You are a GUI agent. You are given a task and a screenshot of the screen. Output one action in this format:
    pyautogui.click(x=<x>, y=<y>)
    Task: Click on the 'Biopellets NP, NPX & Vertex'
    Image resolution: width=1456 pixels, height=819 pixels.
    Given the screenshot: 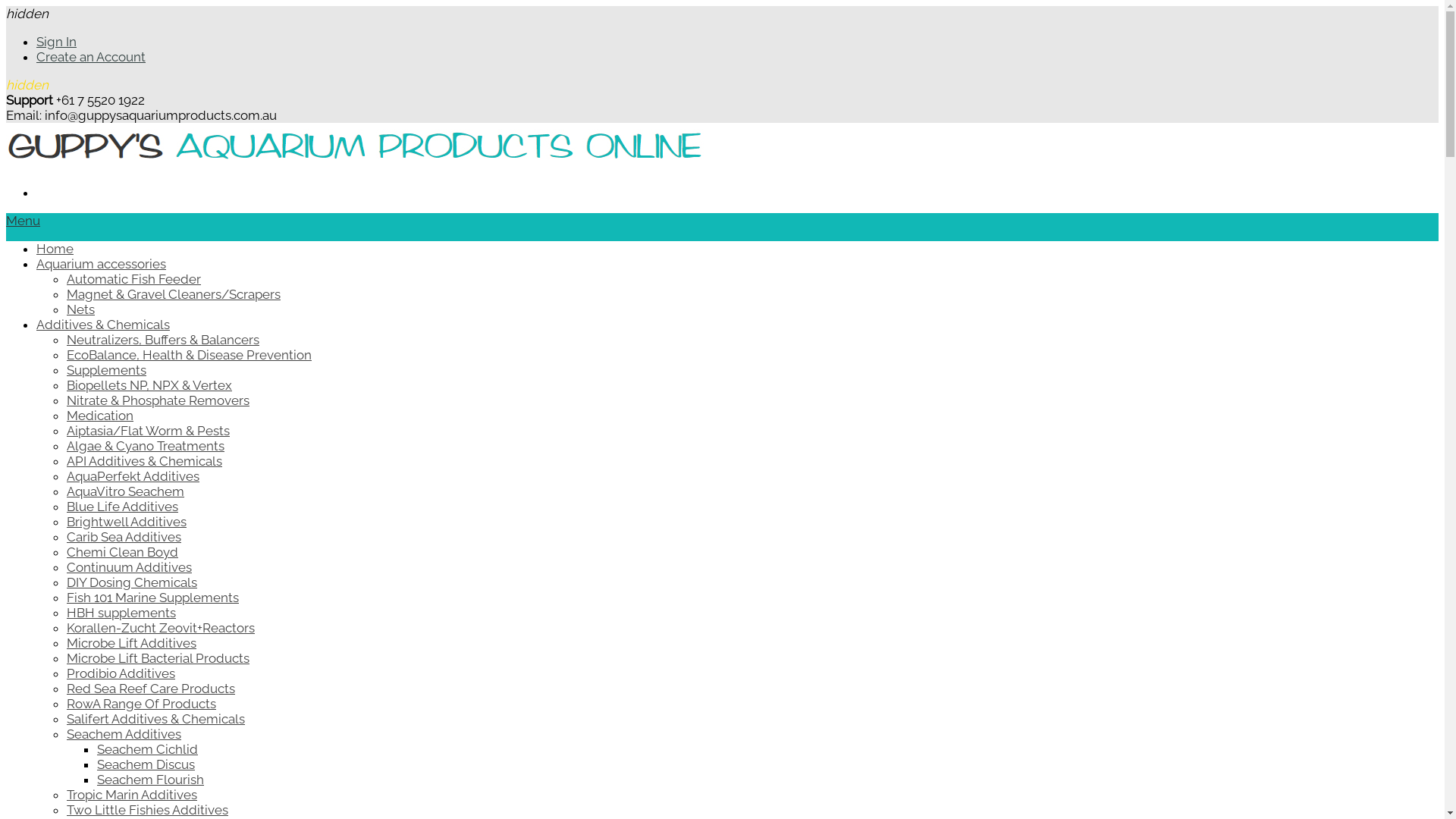 What is the action you would take?
    pyautogui.click(x=65, y=384)
    